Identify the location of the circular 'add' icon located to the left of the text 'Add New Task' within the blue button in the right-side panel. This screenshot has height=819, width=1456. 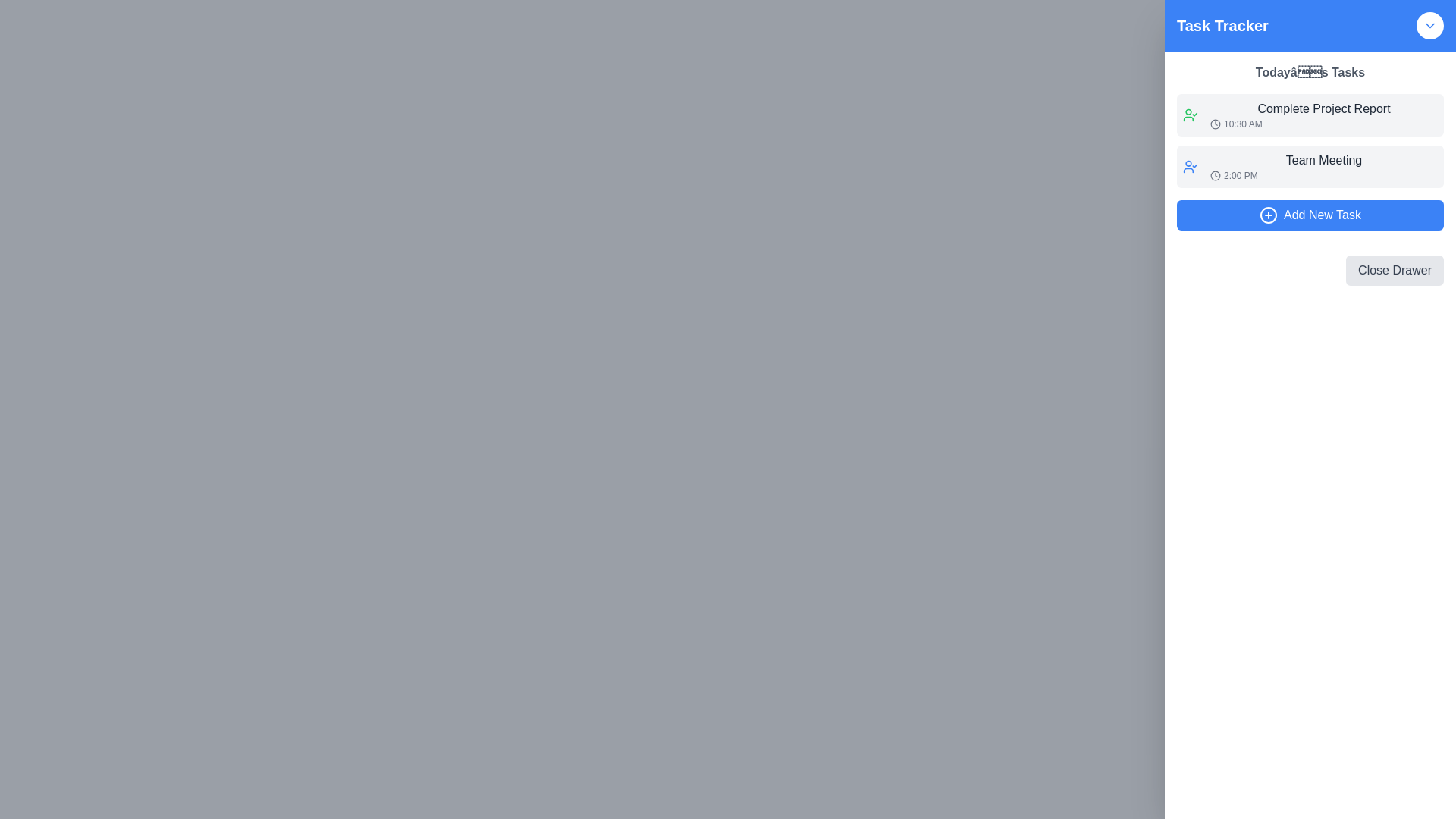
(1269, 215).